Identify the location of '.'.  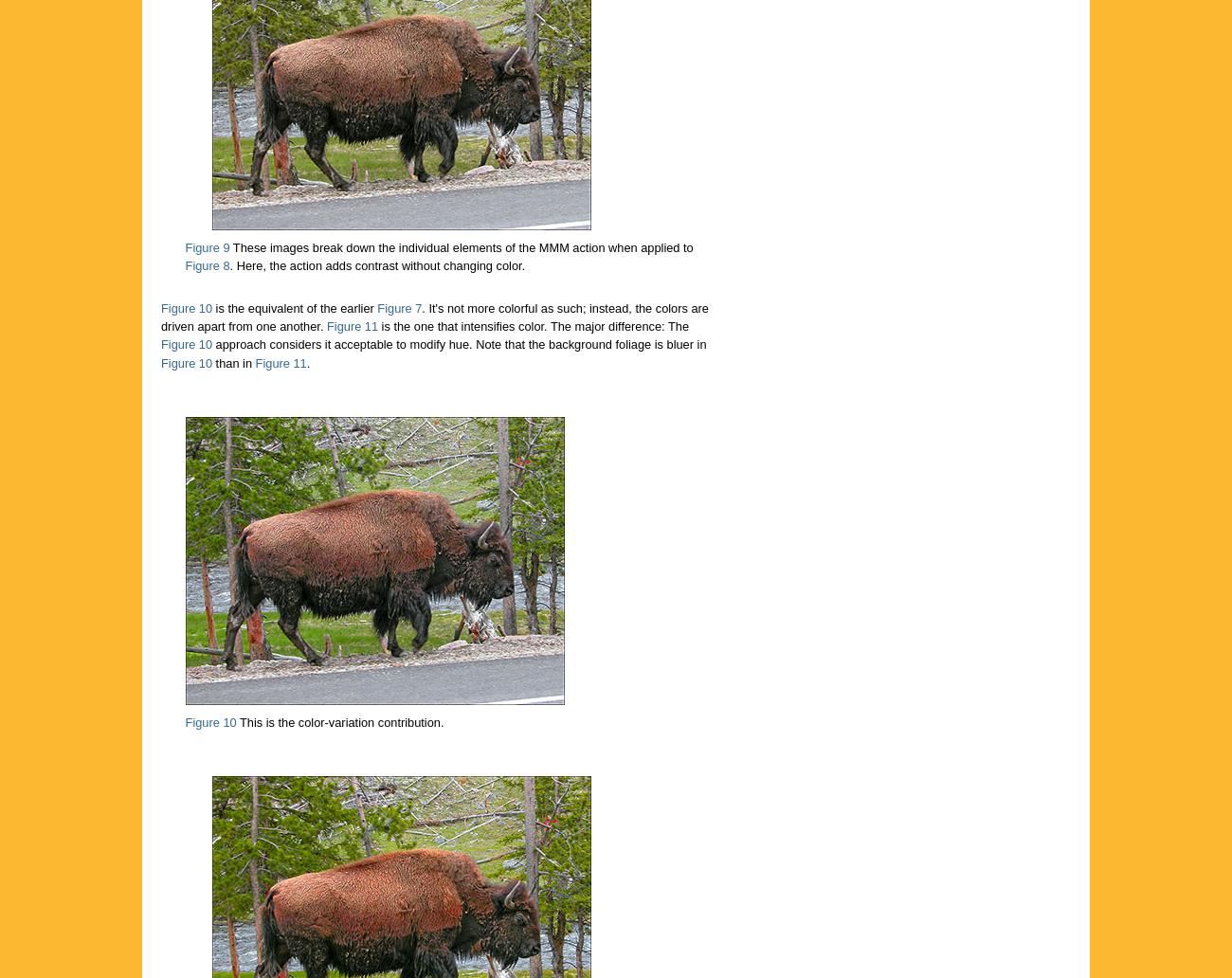
(308, 362).